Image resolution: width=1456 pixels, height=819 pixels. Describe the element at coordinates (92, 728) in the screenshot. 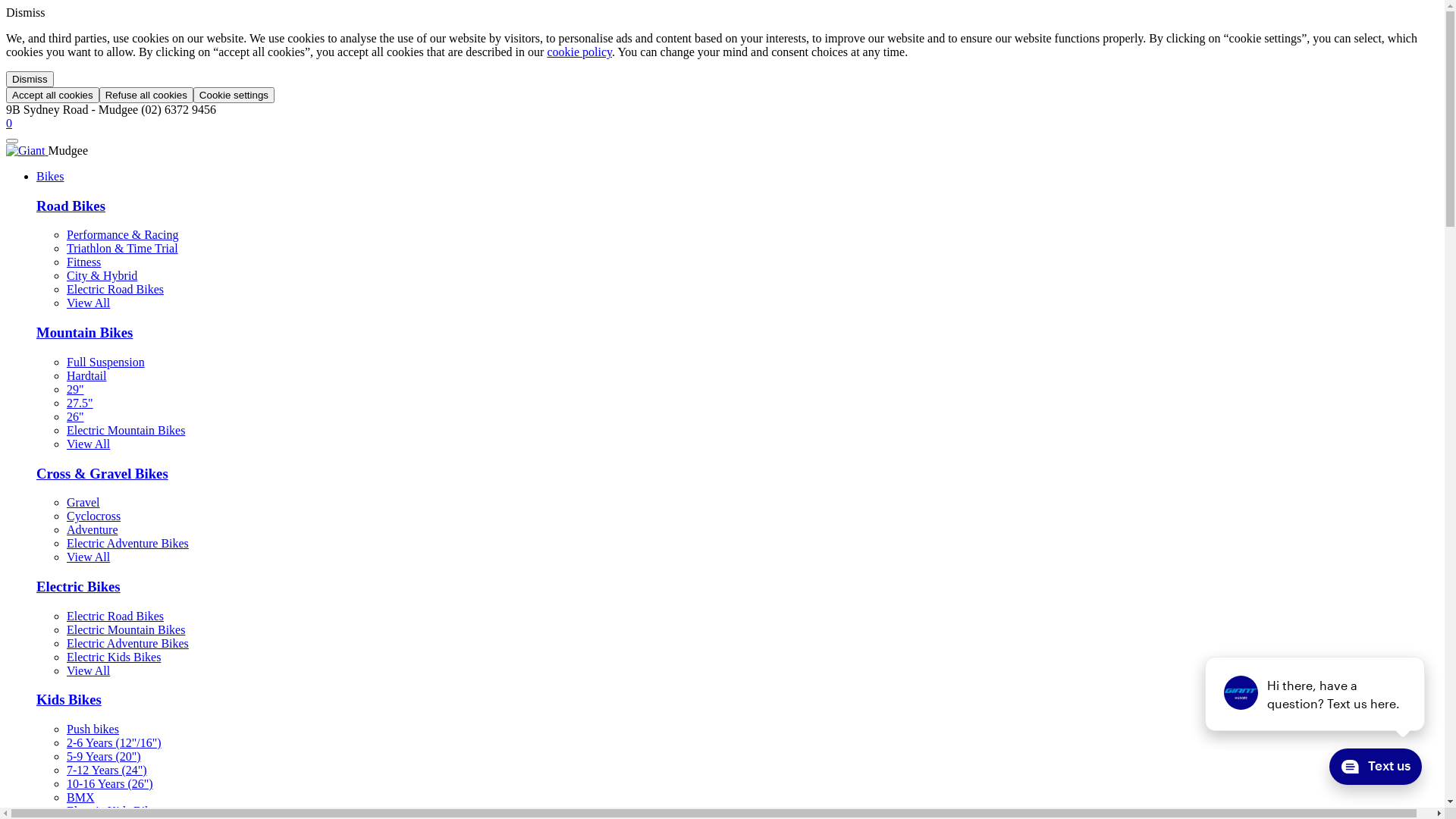

I see `'Push bikes'` at that location.